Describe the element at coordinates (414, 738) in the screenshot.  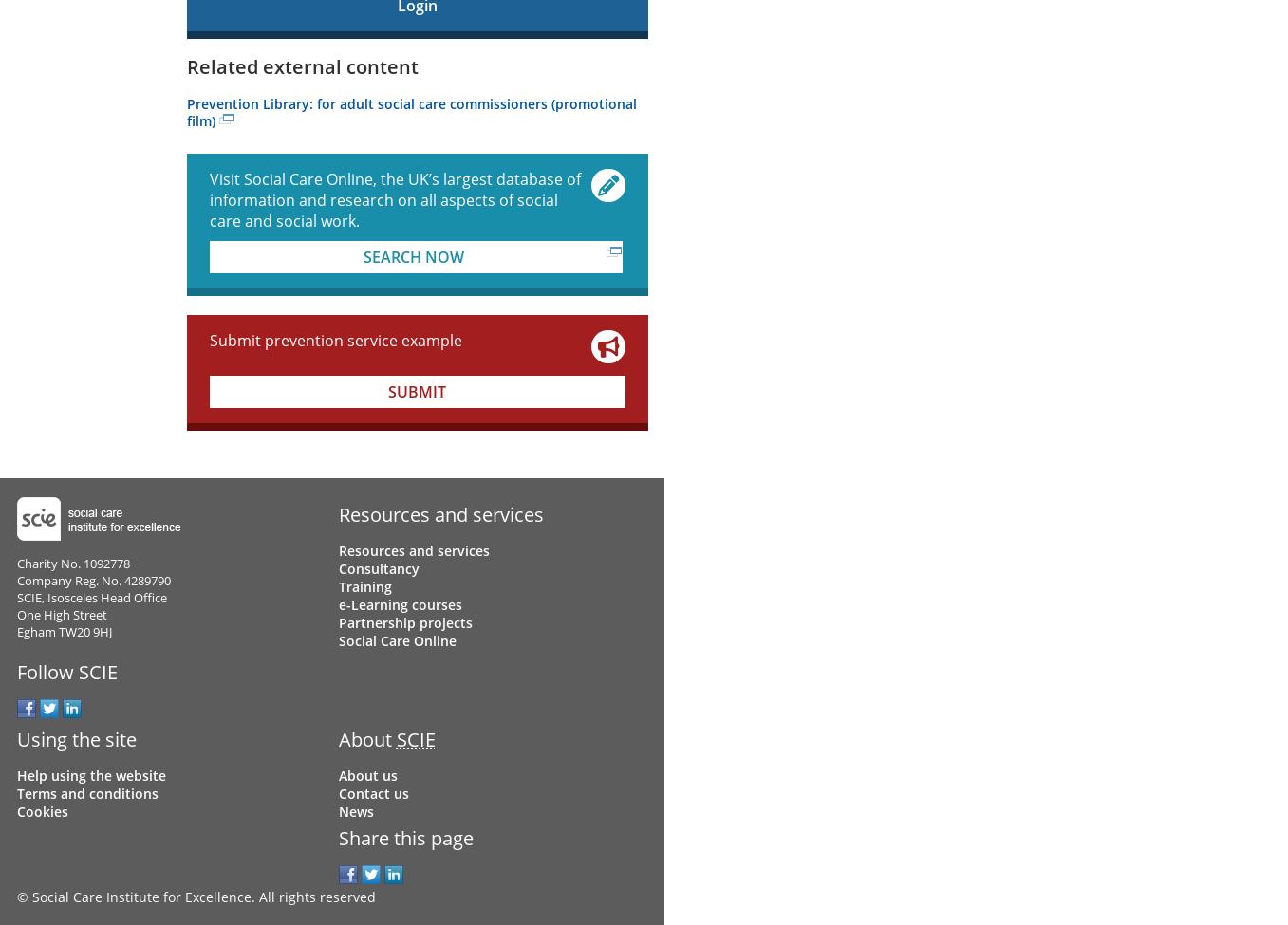
I see `'SCIE'` at that location.